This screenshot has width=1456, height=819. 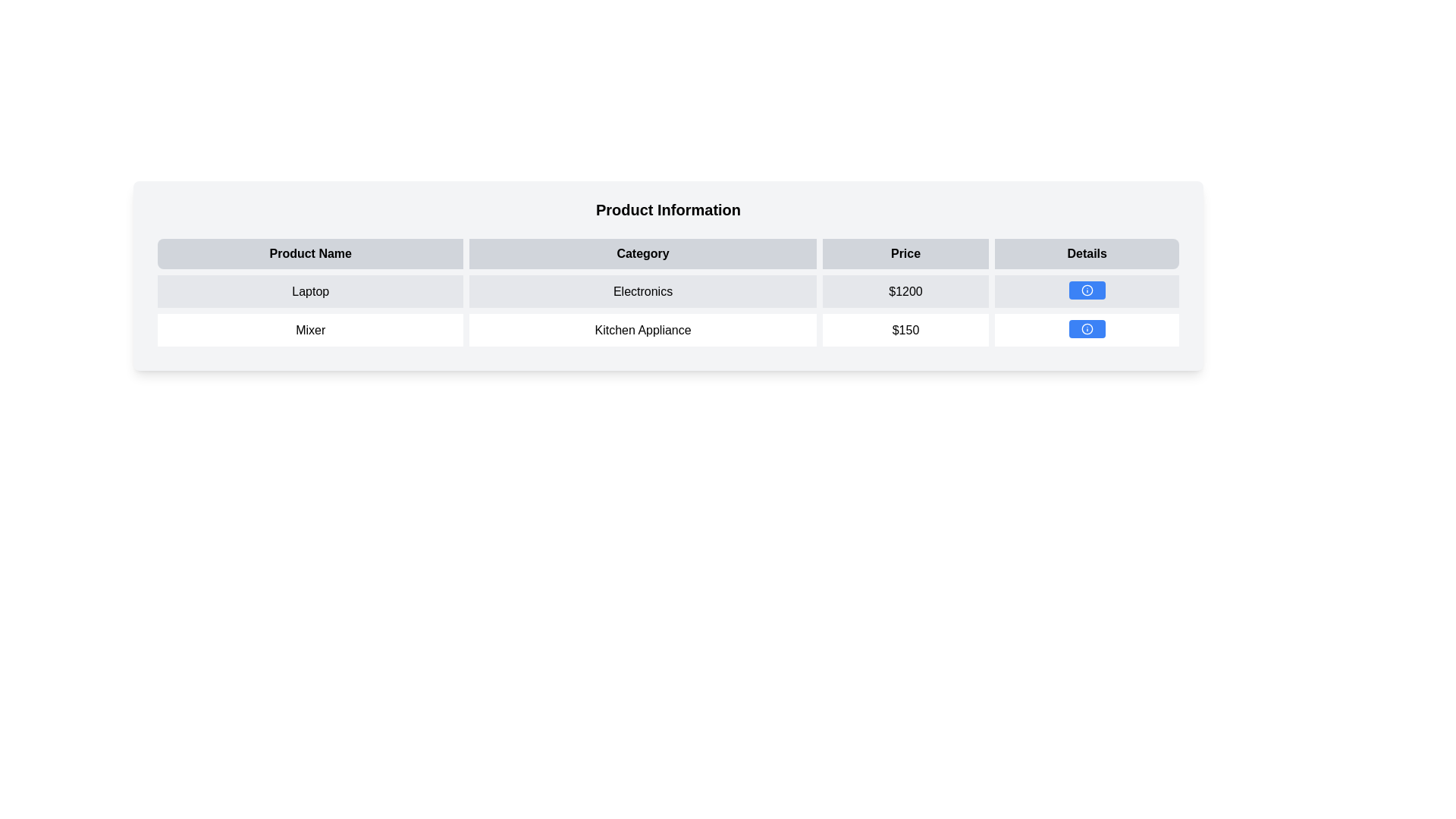 I want to click on the table header cell labeled 'Product Name', which is styled with a light-gray background and dark text, located in the top-left corner of the table header row, so click(x=309, y=253).